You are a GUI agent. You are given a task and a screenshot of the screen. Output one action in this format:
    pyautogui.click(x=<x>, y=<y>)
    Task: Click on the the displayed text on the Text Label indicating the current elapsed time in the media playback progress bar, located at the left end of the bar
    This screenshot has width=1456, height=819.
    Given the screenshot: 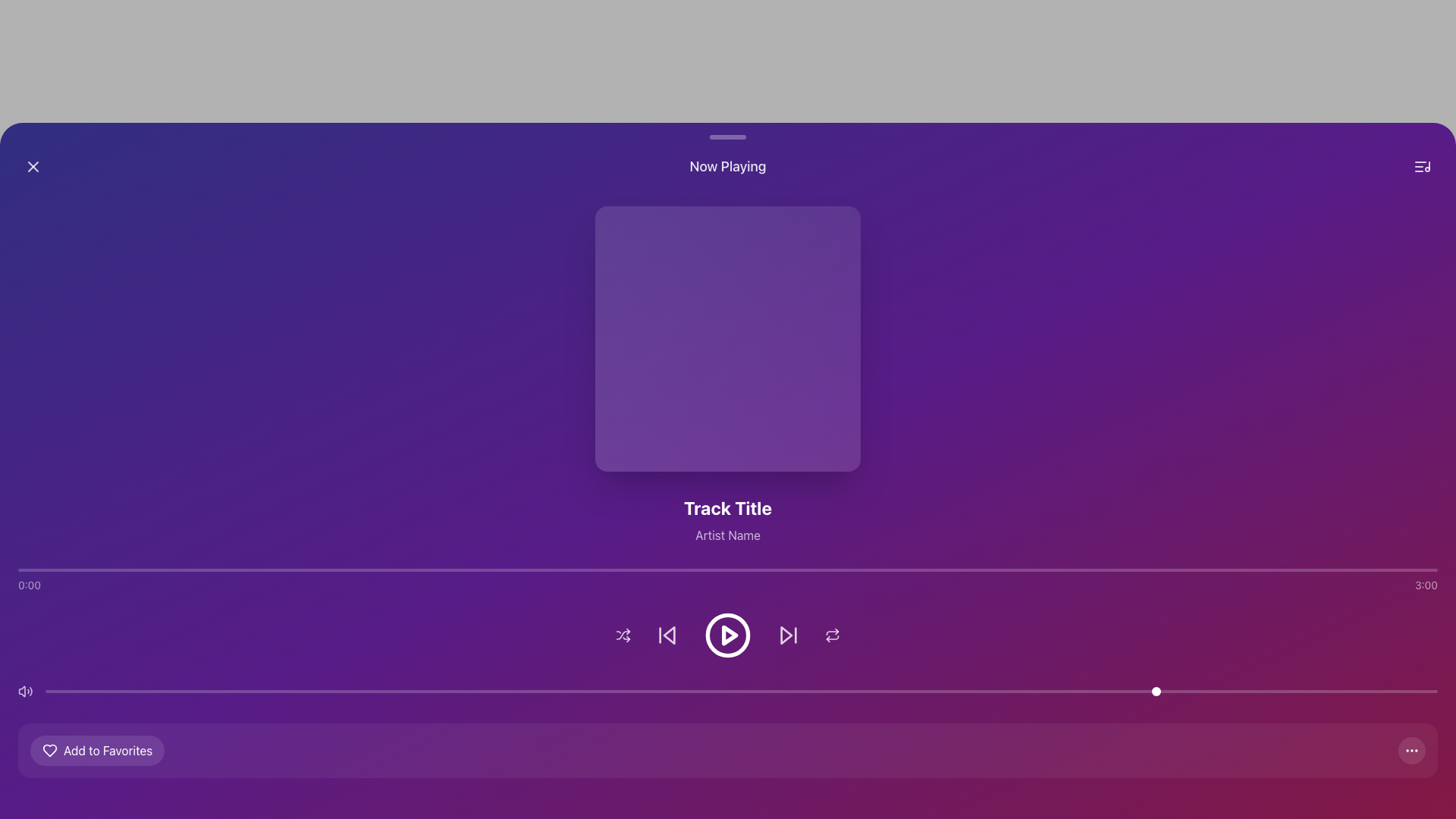 What is the action you would take?
    pyautogui.click(x=29, y=584)
    